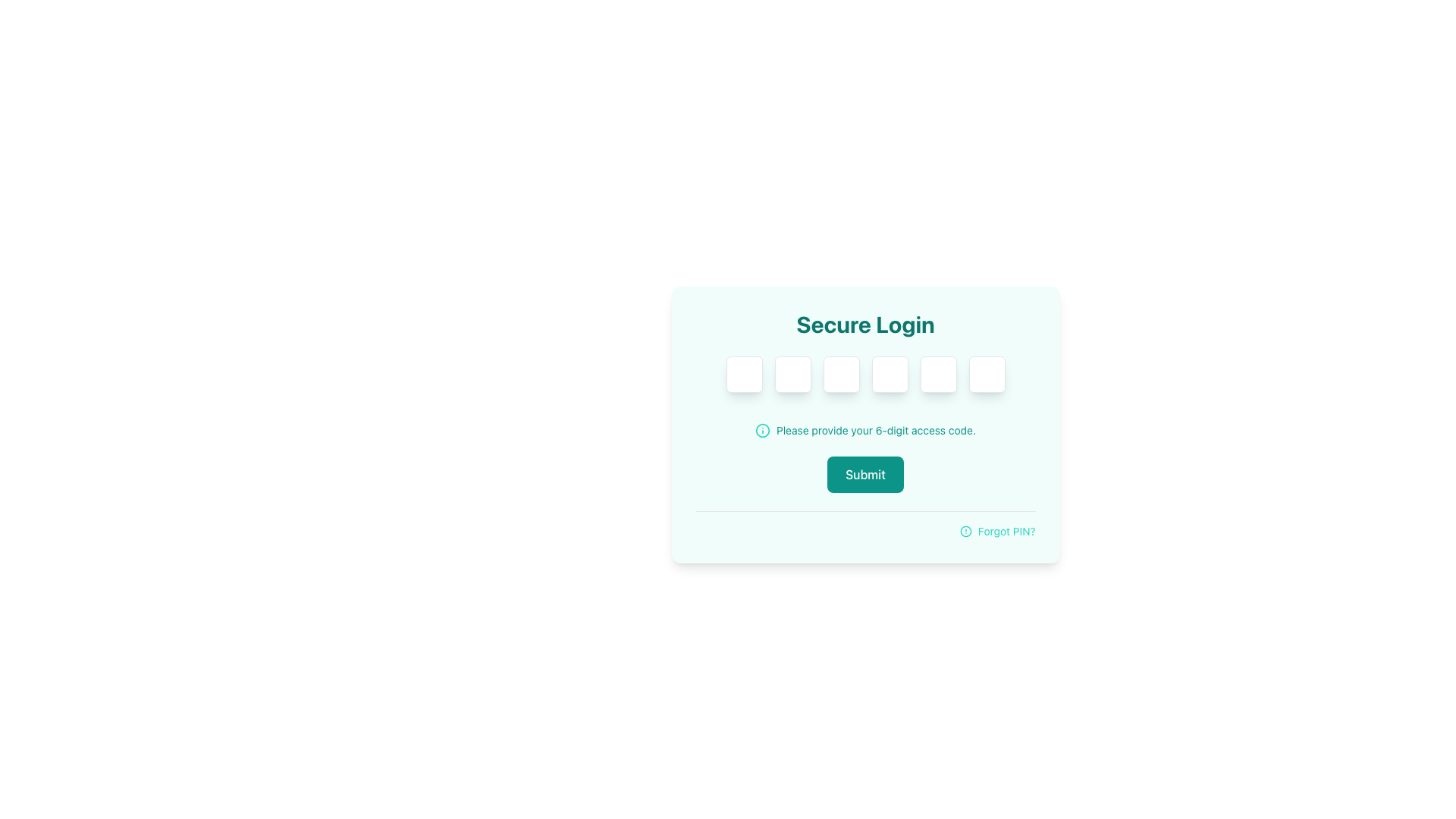 The image size is (1456, 819). I want to click on the alert icon related to the 'Forgot PIN?' option located at the bottom right corner of the login form, just left of the text 'Forgot PIN?', so click(965, 531).